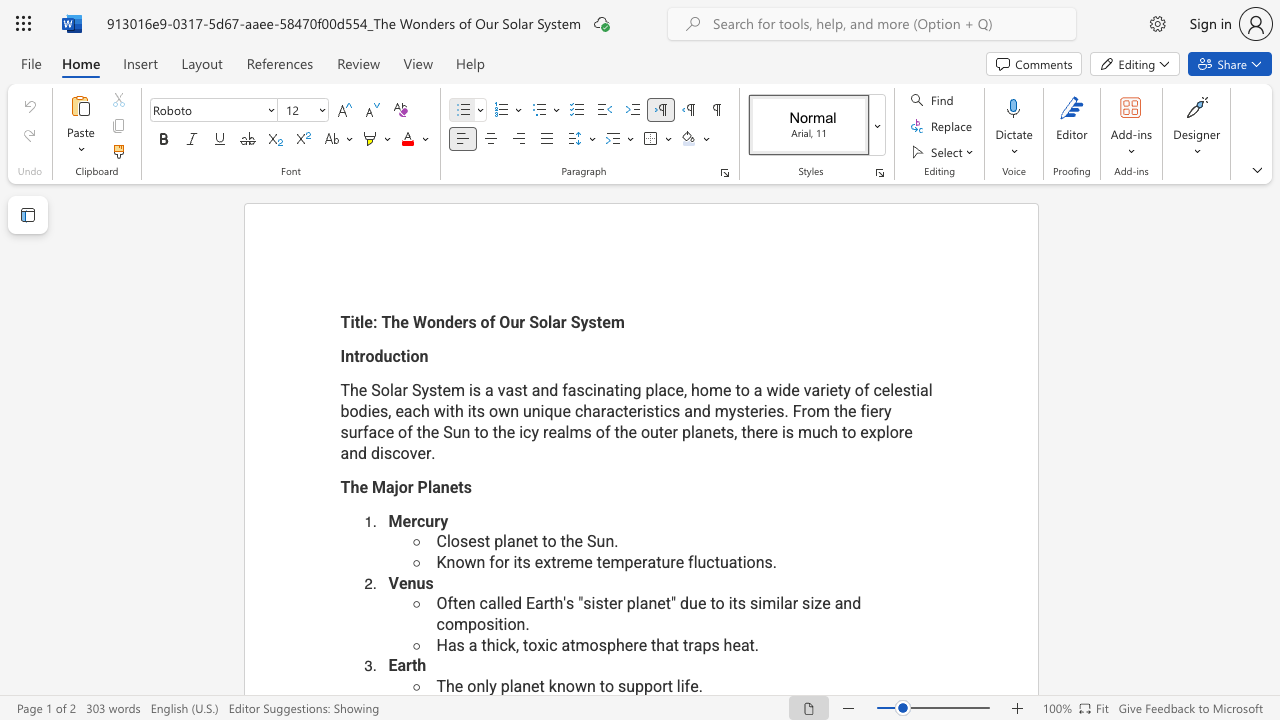 This screenshot has height=720, width=1280. Describe the element at coordinates (660, 645) in the screenshot. I see `the 3th character "h" in the text` at that location.